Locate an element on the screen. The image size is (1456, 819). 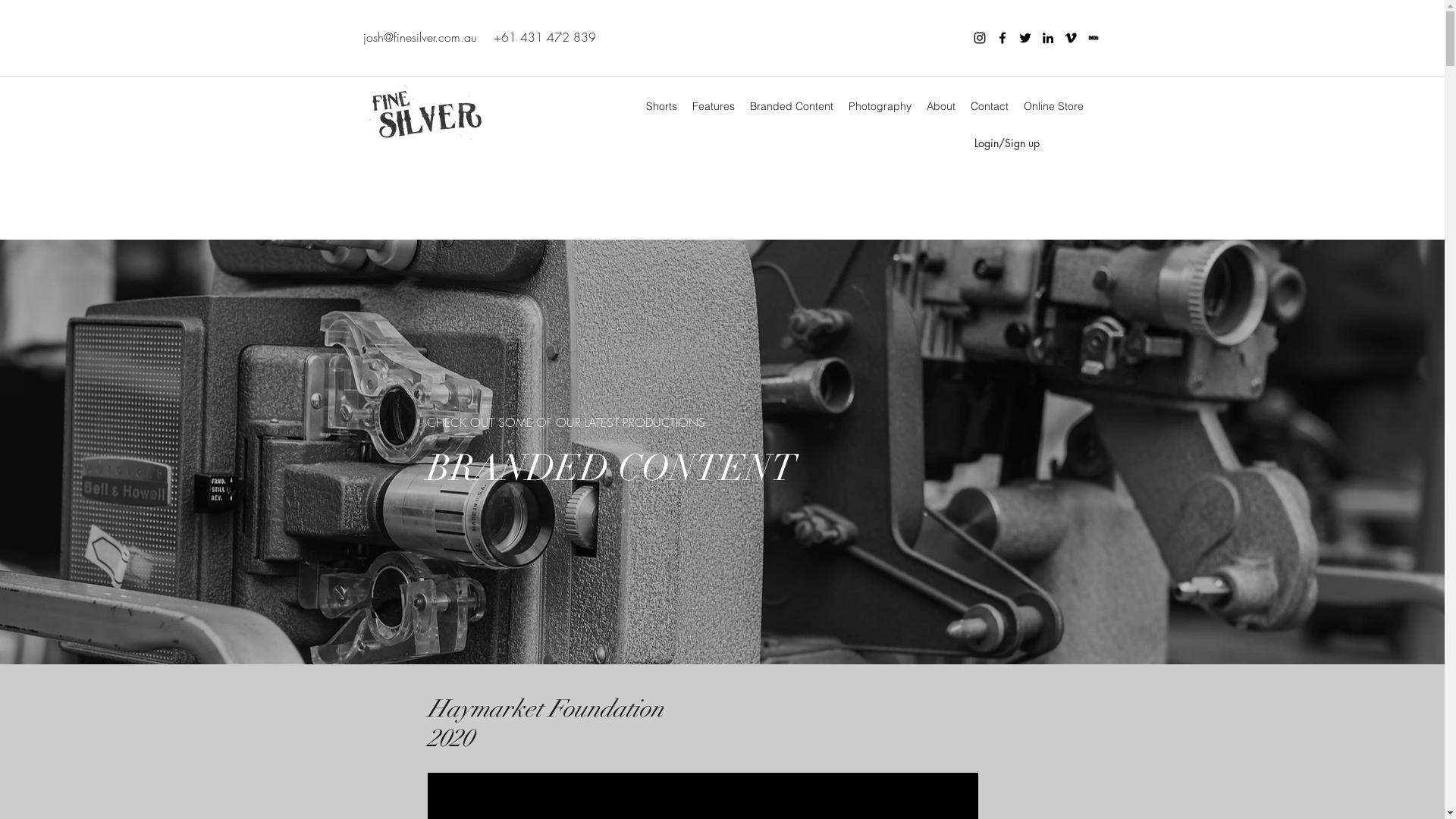
'Photography' is located at coordinates (839, 105).